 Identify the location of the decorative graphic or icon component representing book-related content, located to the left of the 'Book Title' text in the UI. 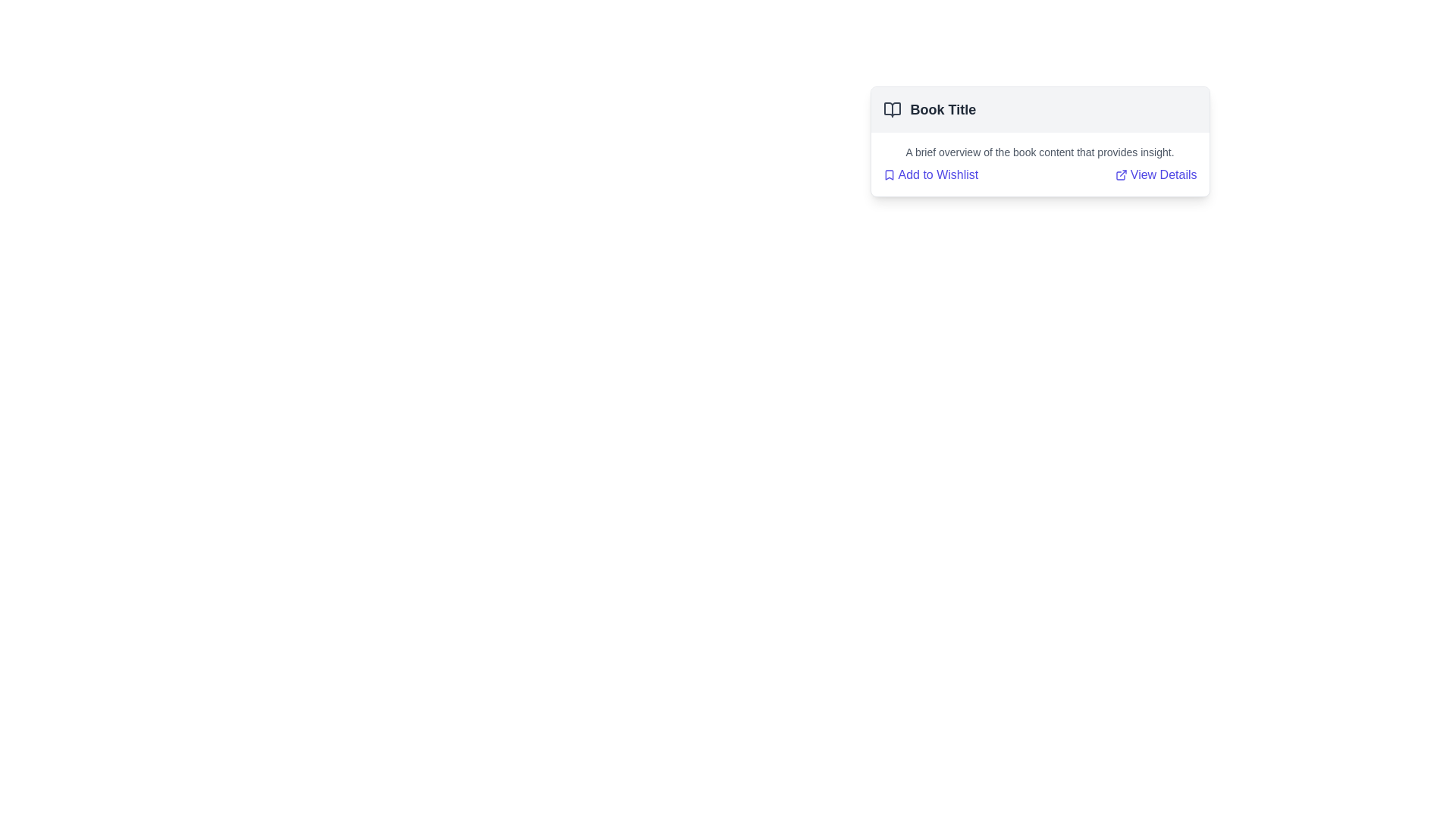
(892, 109).